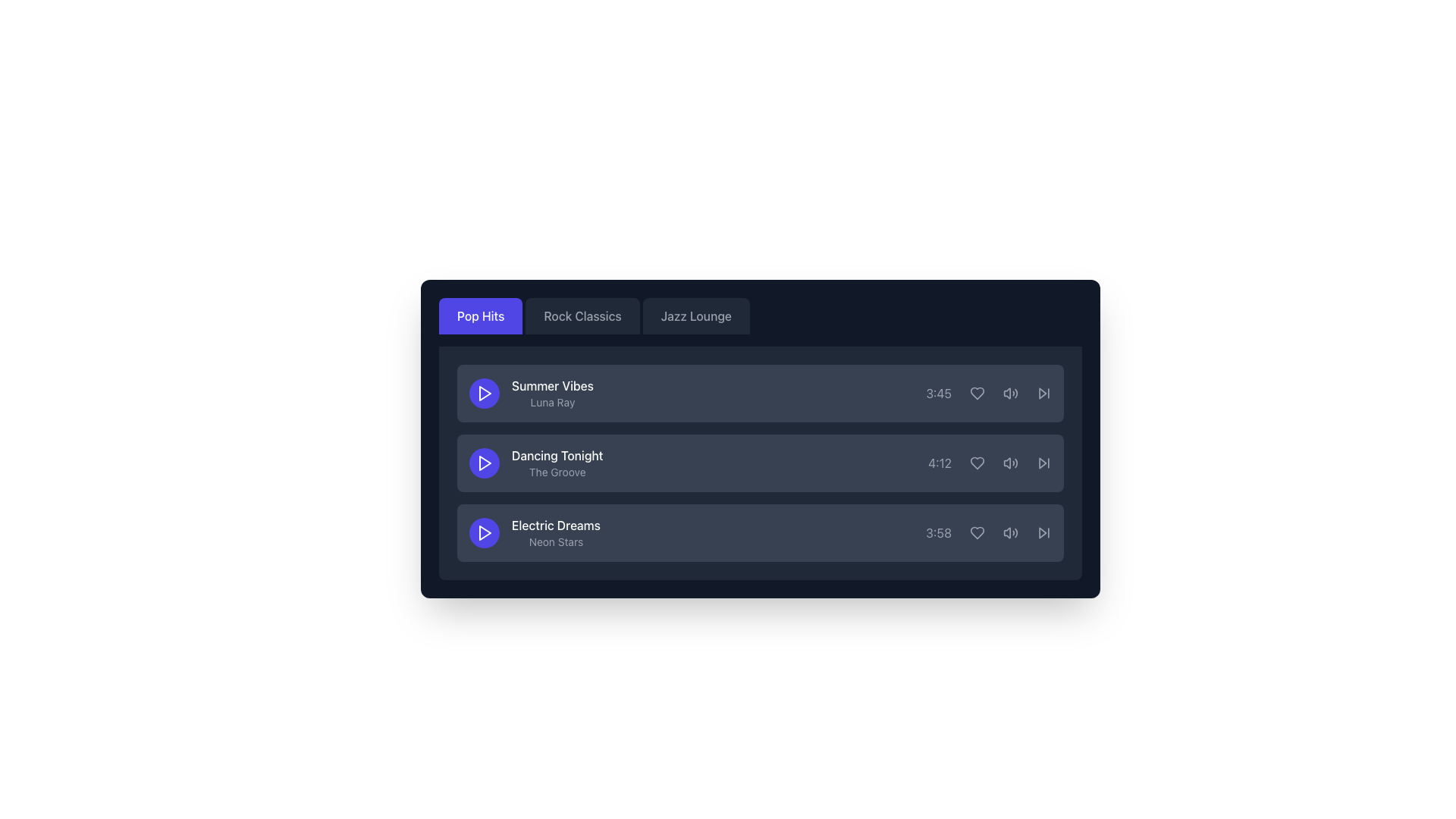 This screenshot has height=819, width=1456. What do you see at coordinates (483, 532) in the screenshot?
I see `the play button for the 'Electric Dreams' song` at bounding box center [483, 532].